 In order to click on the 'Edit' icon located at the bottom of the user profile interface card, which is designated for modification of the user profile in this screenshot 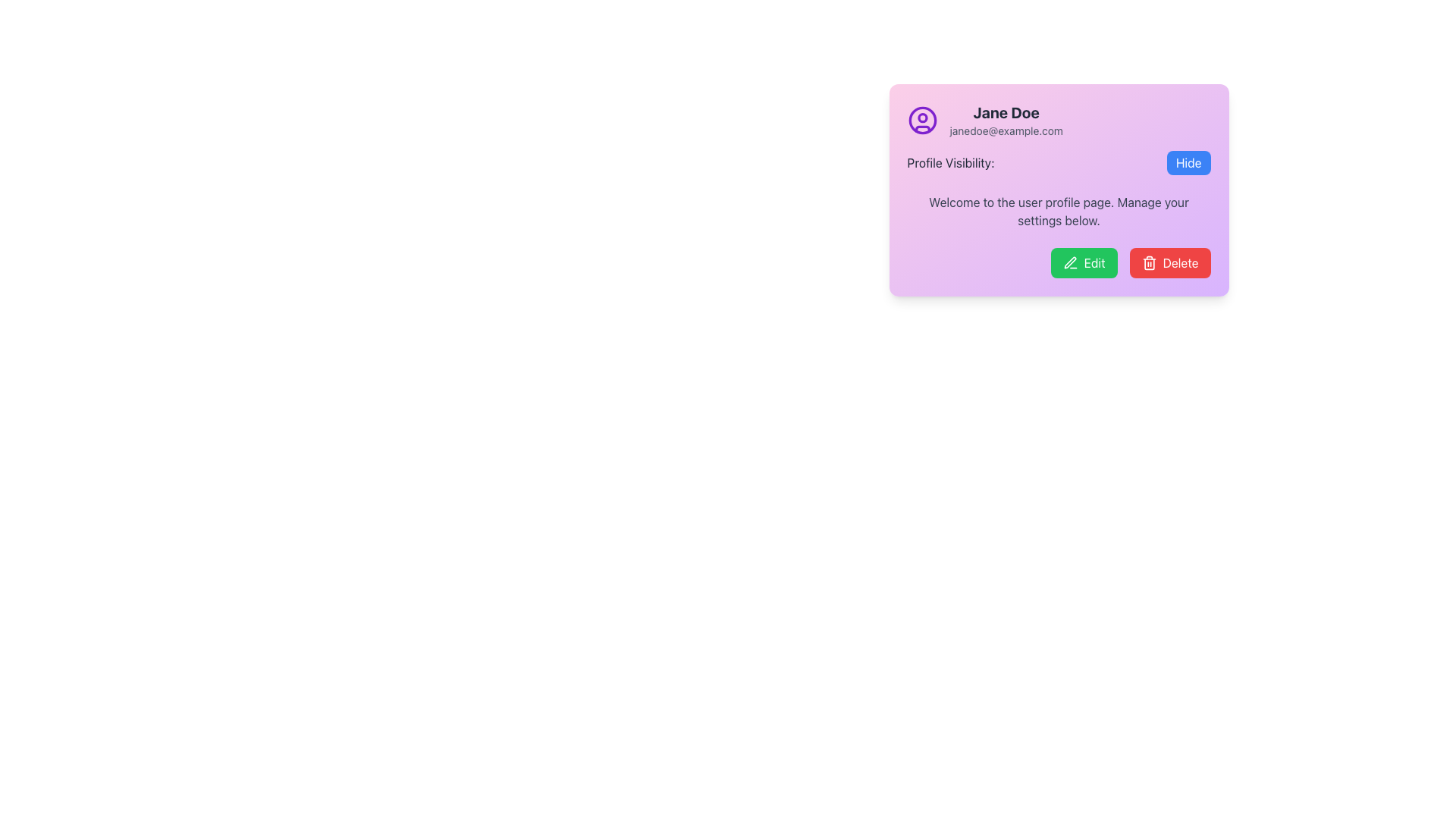, I will do `click(1069, 262)`.